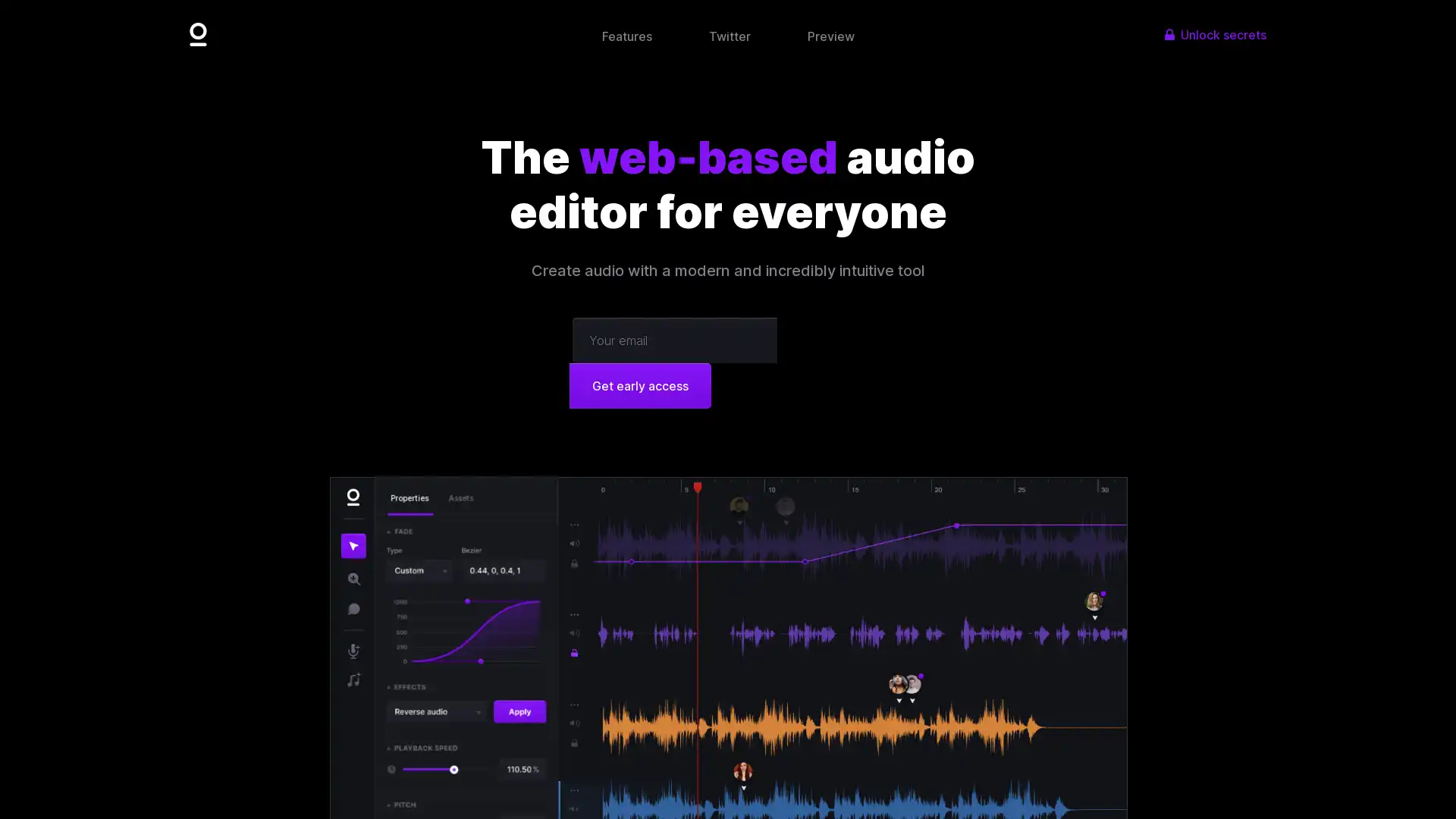 The height and width of the screenshot is (819, 1456). I want to click on Get early access, so click(829, 339).